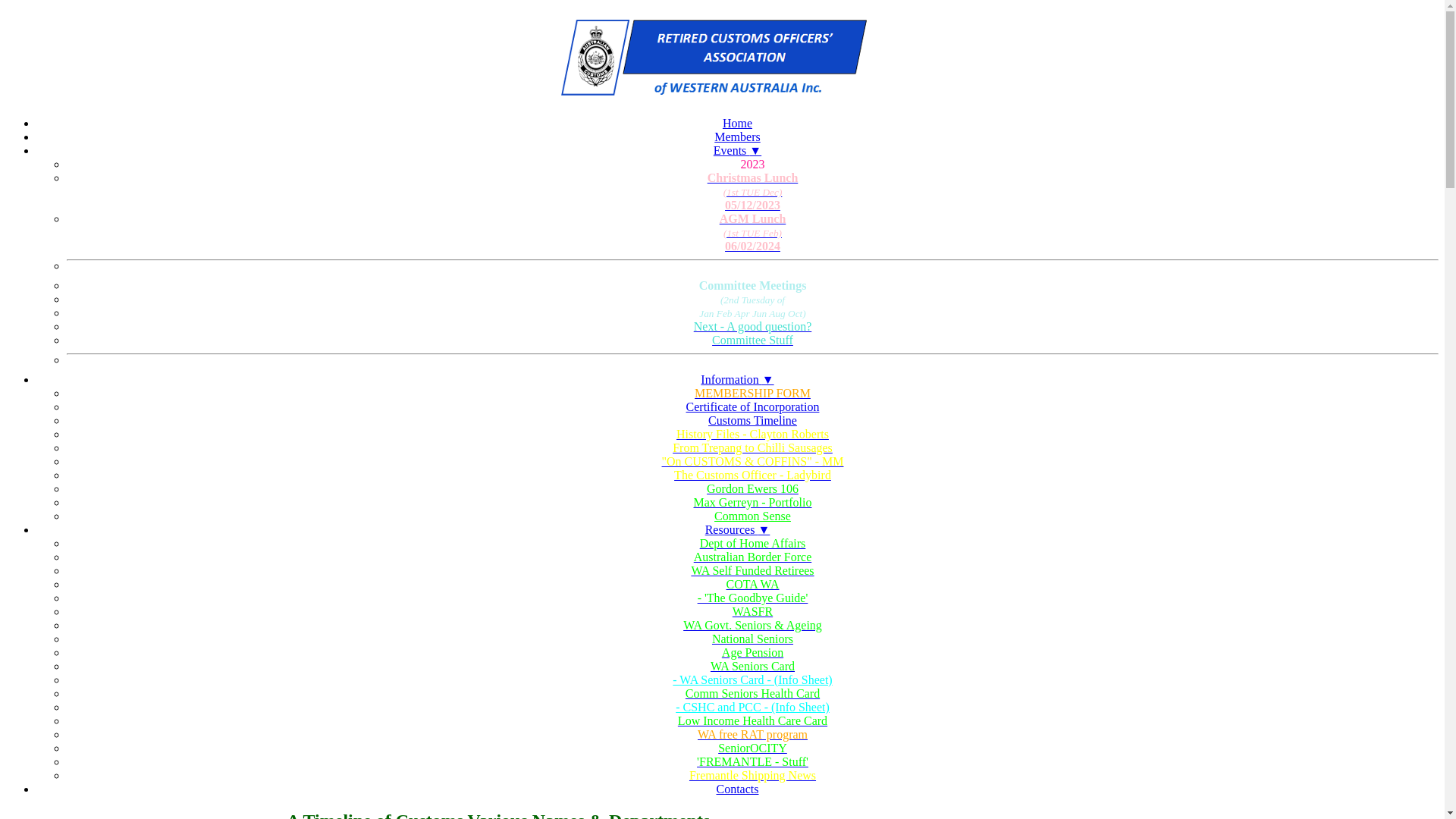 The width and height of the screenshot is (1456, 819). I want to click on 'Australian Border Force', so click(752, 557).